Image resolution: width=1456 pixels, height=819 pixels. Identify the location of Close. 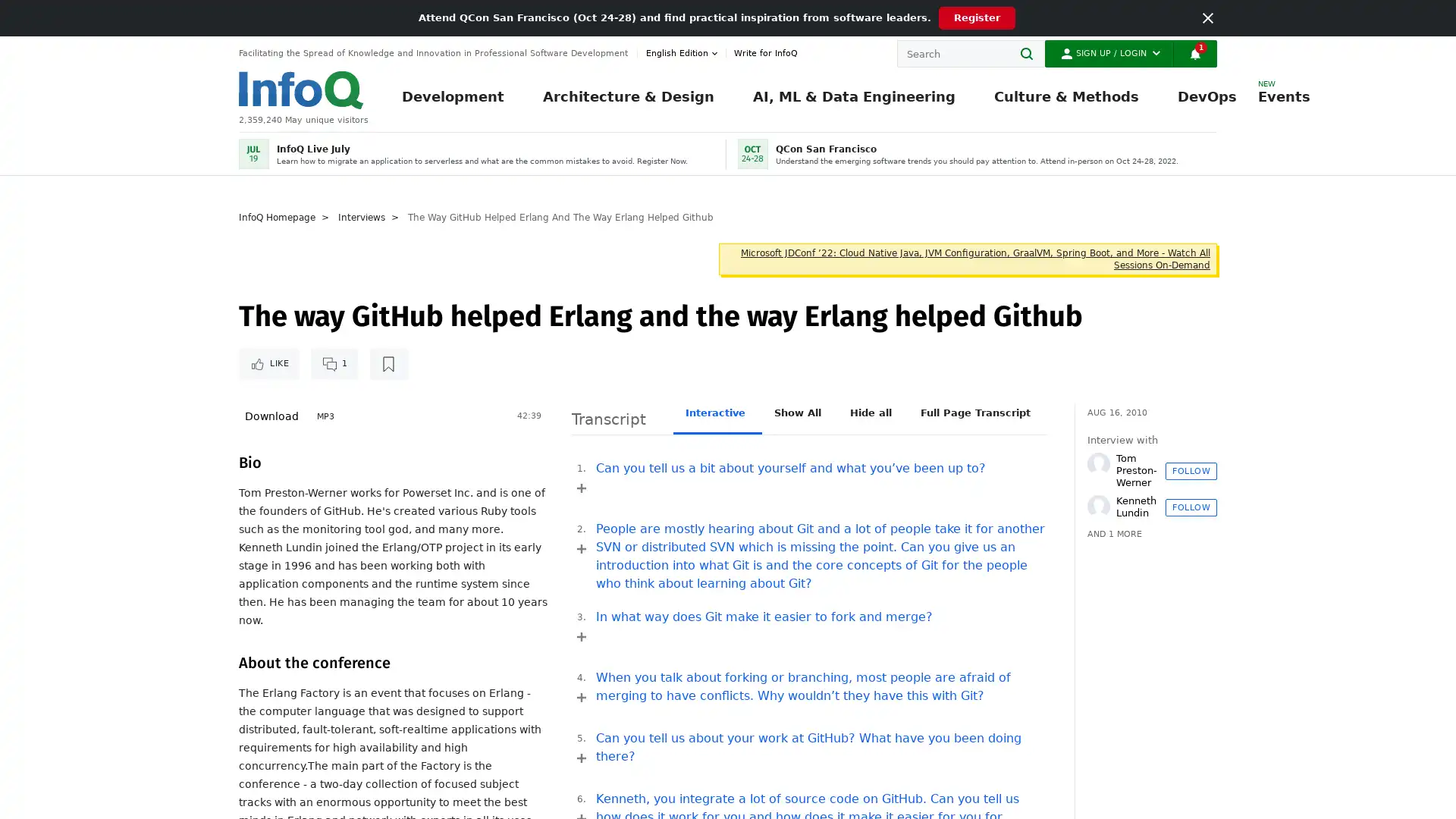
(1207, 17).